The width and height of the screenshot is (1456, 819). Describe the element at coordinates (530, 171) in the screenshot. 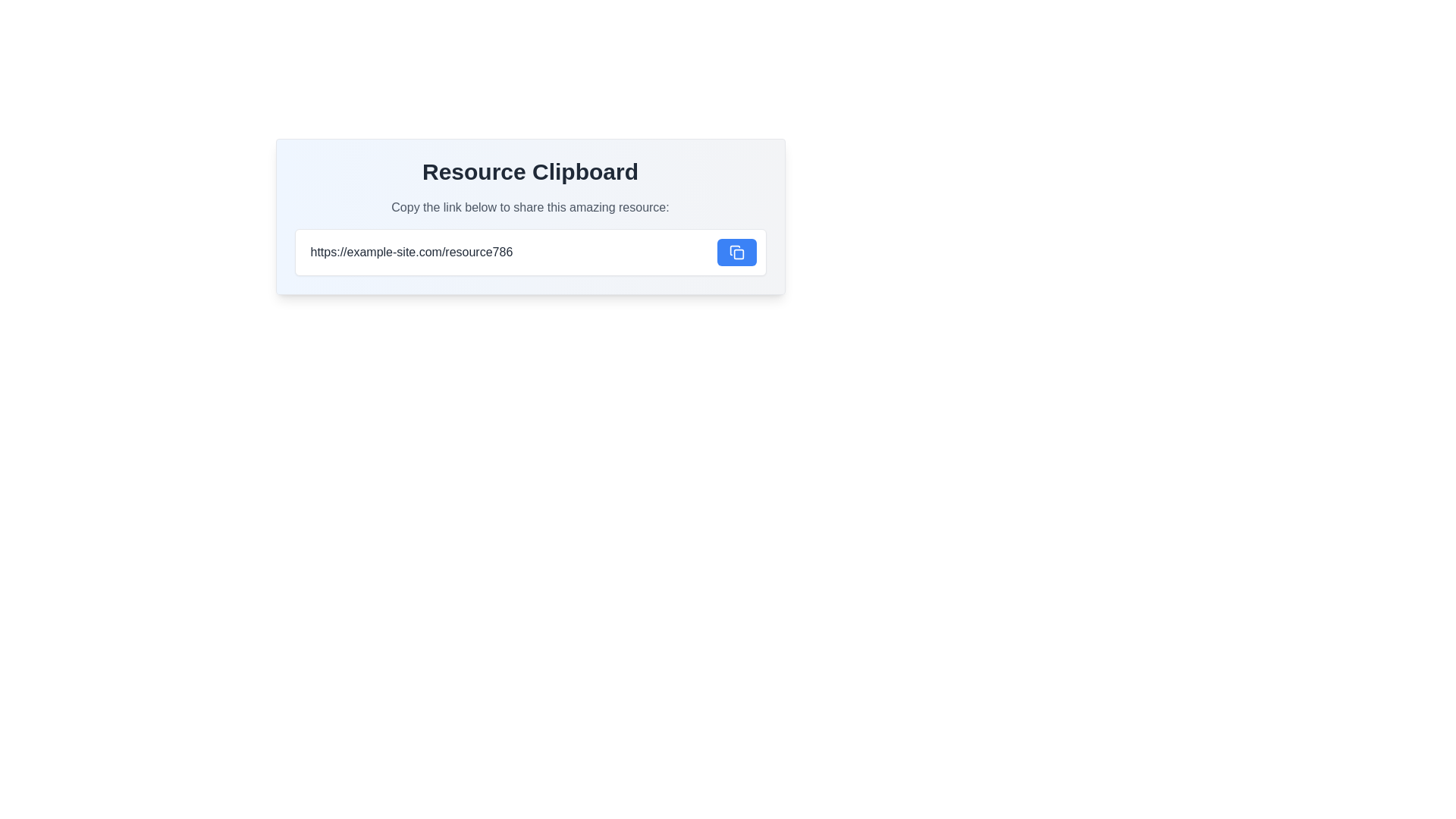

I see `the static text heading at the top of the card component, which serves as the title for the content below it` at that location.